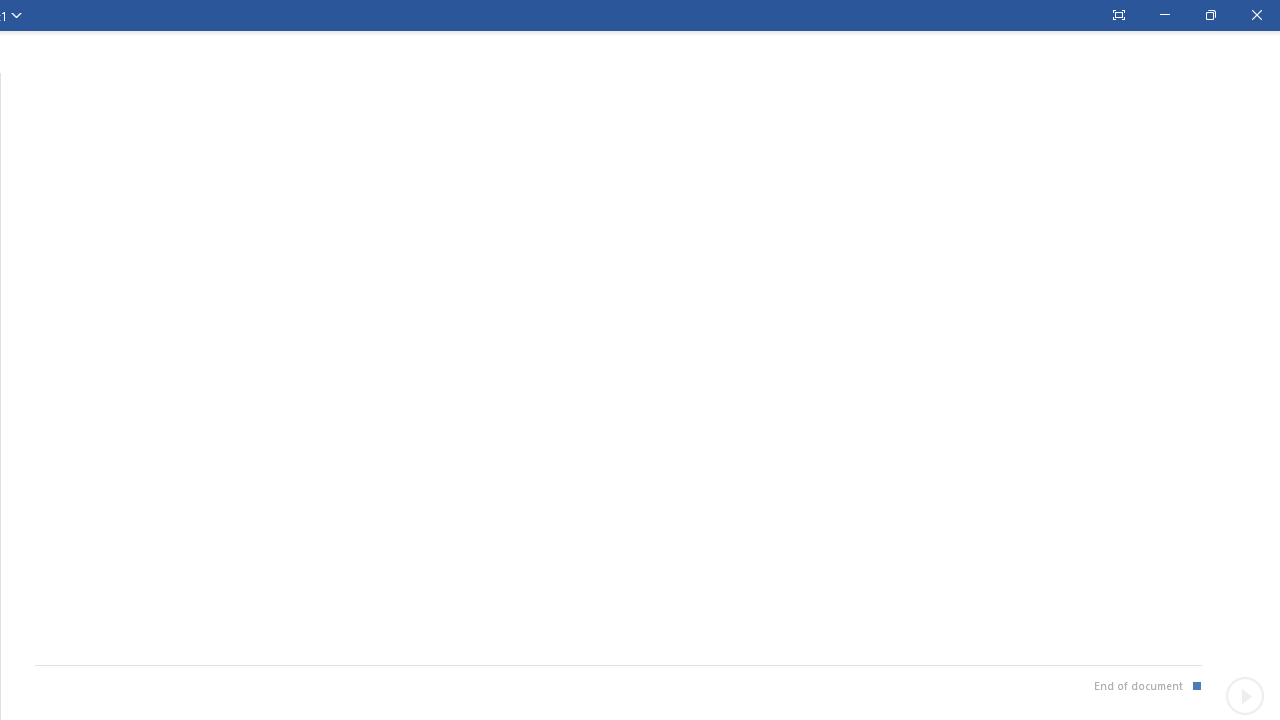  I want to click on 'Auto-hide Reading Toolbar', so click(1117, 15).